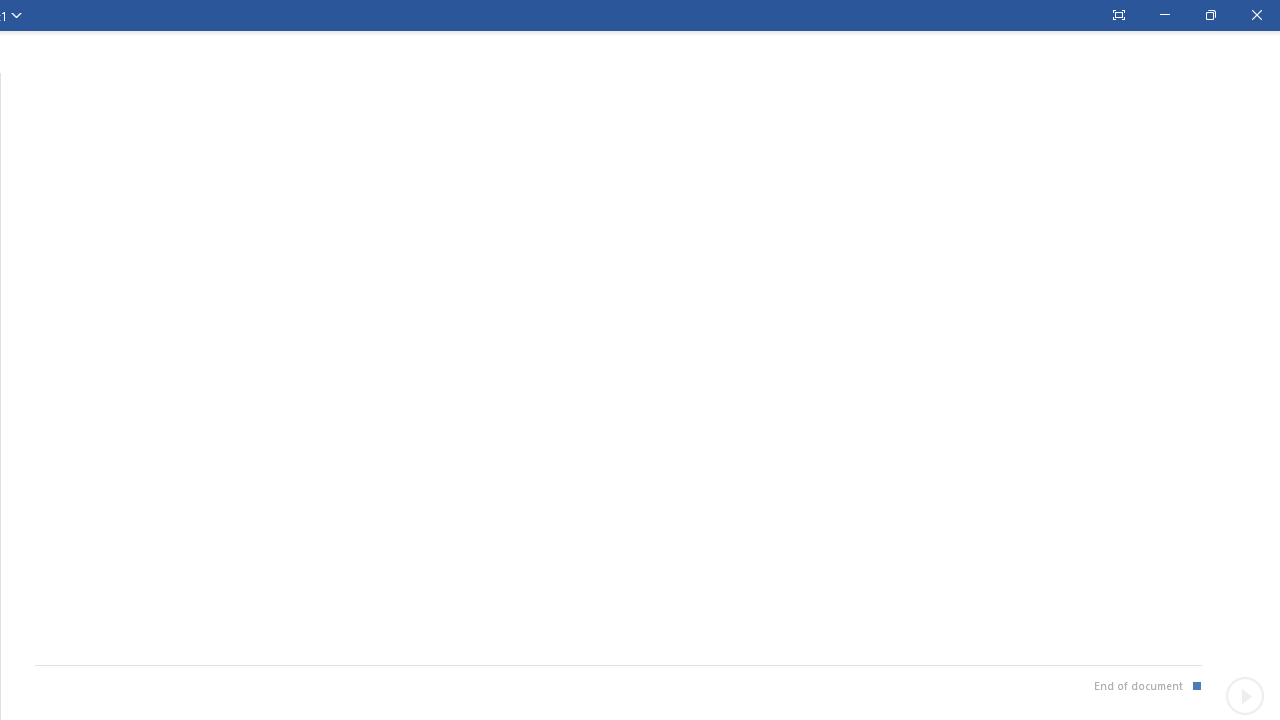  I want to click on 'Auto-hide Reading Toolbar', so click(1117, 15).